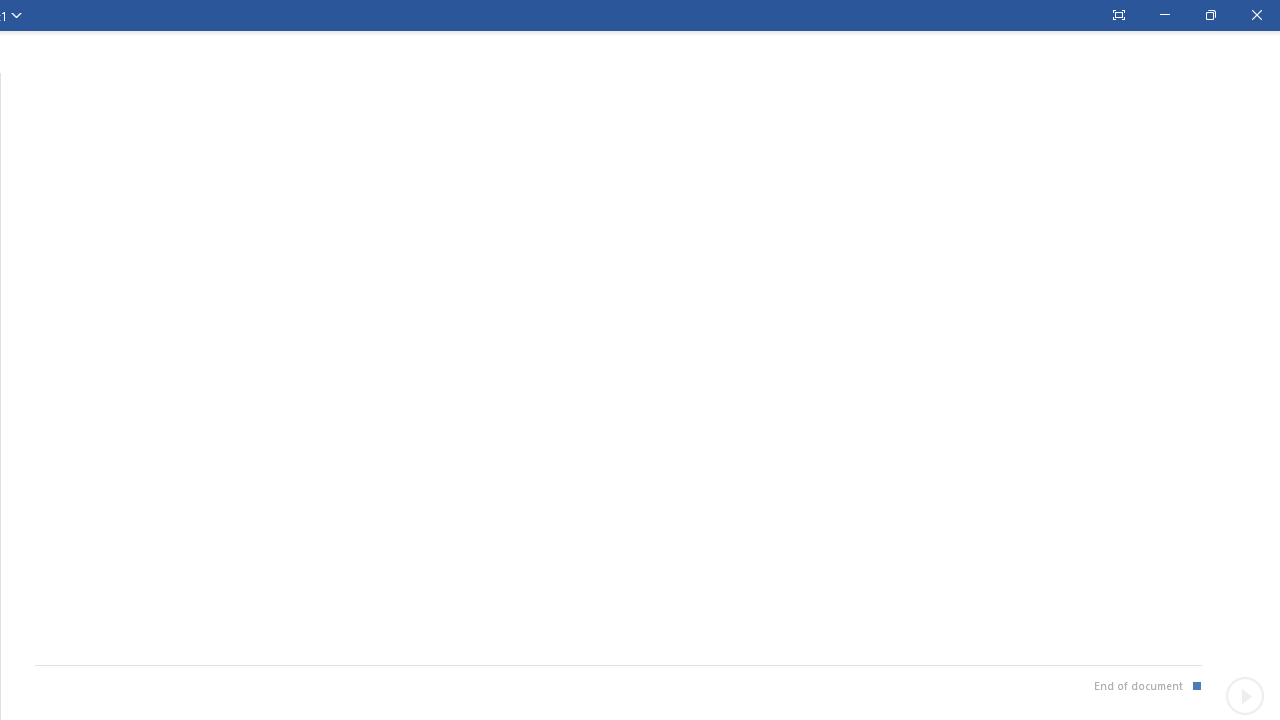  I want to click on 'Auto-hide Reading Toolbar', so click(1117, 15).